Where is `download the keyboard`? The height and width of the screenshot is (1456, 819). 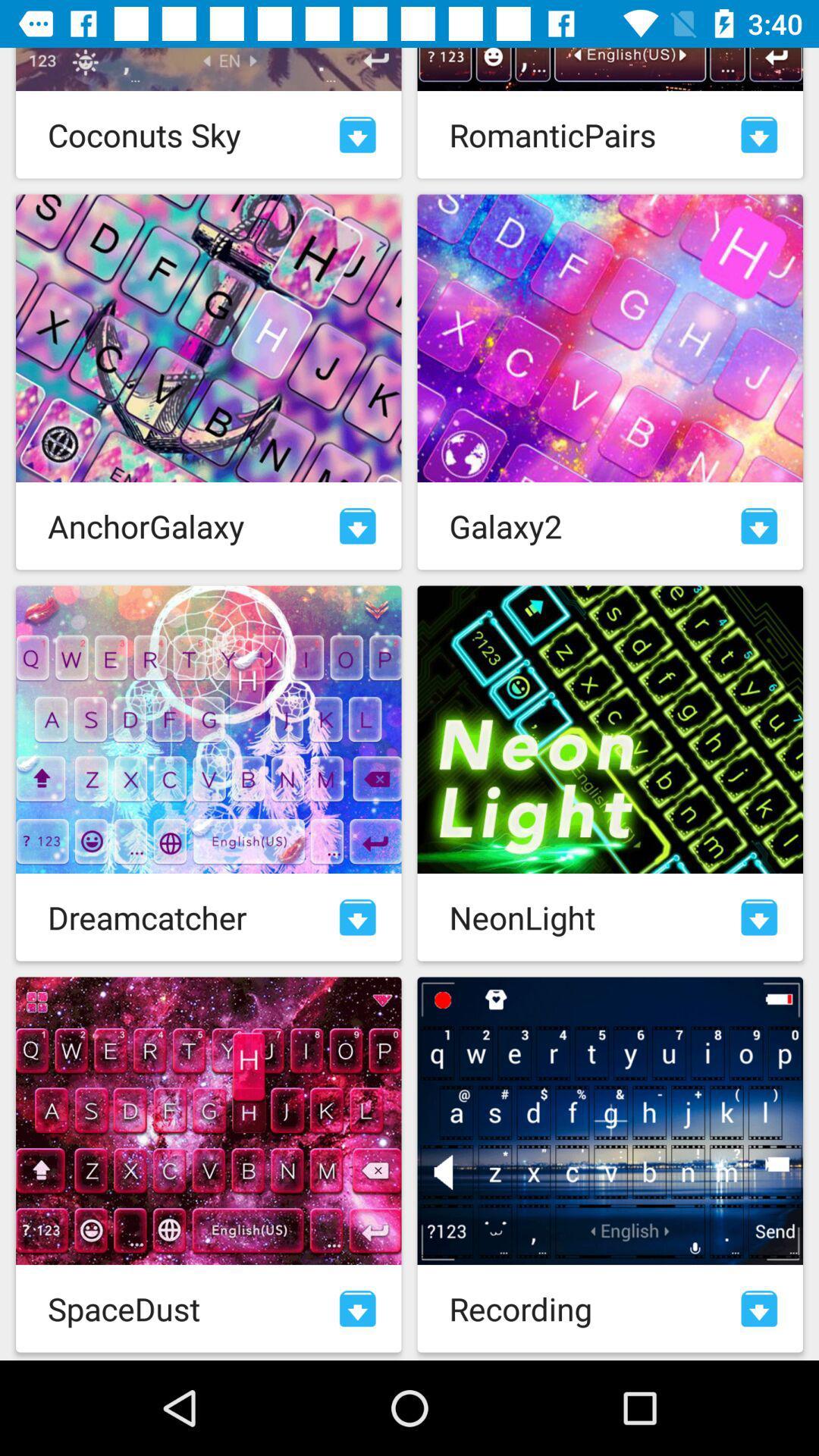 download the keyboard is located at coordinates (357, 916).